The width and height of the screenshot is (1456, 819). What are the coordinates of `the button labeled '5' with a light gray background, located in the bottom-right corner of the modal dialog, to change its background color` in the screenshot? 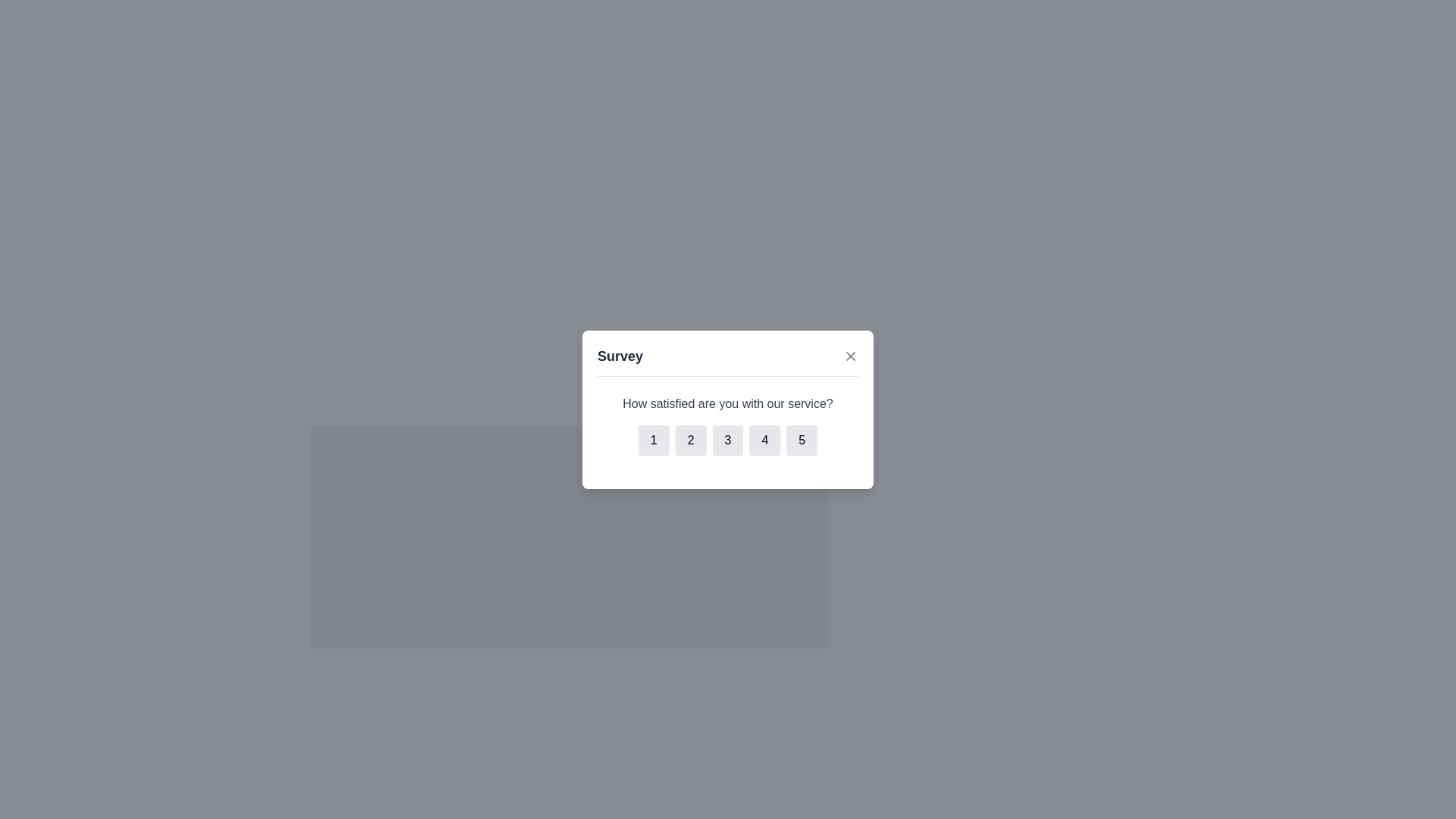 It's located at (801, 440).